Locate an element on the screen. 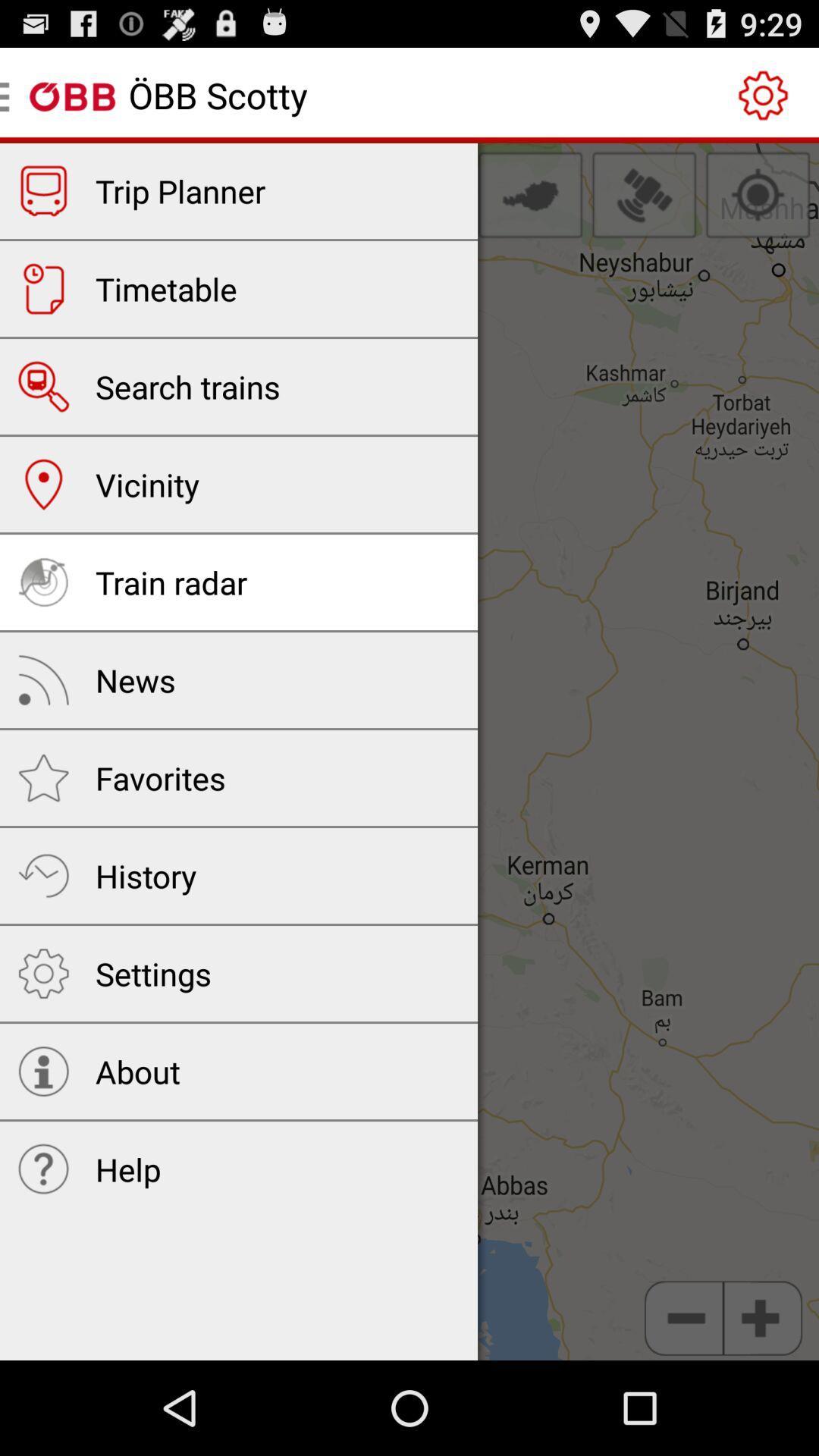  timetable app is located at coordinates (166, 288).